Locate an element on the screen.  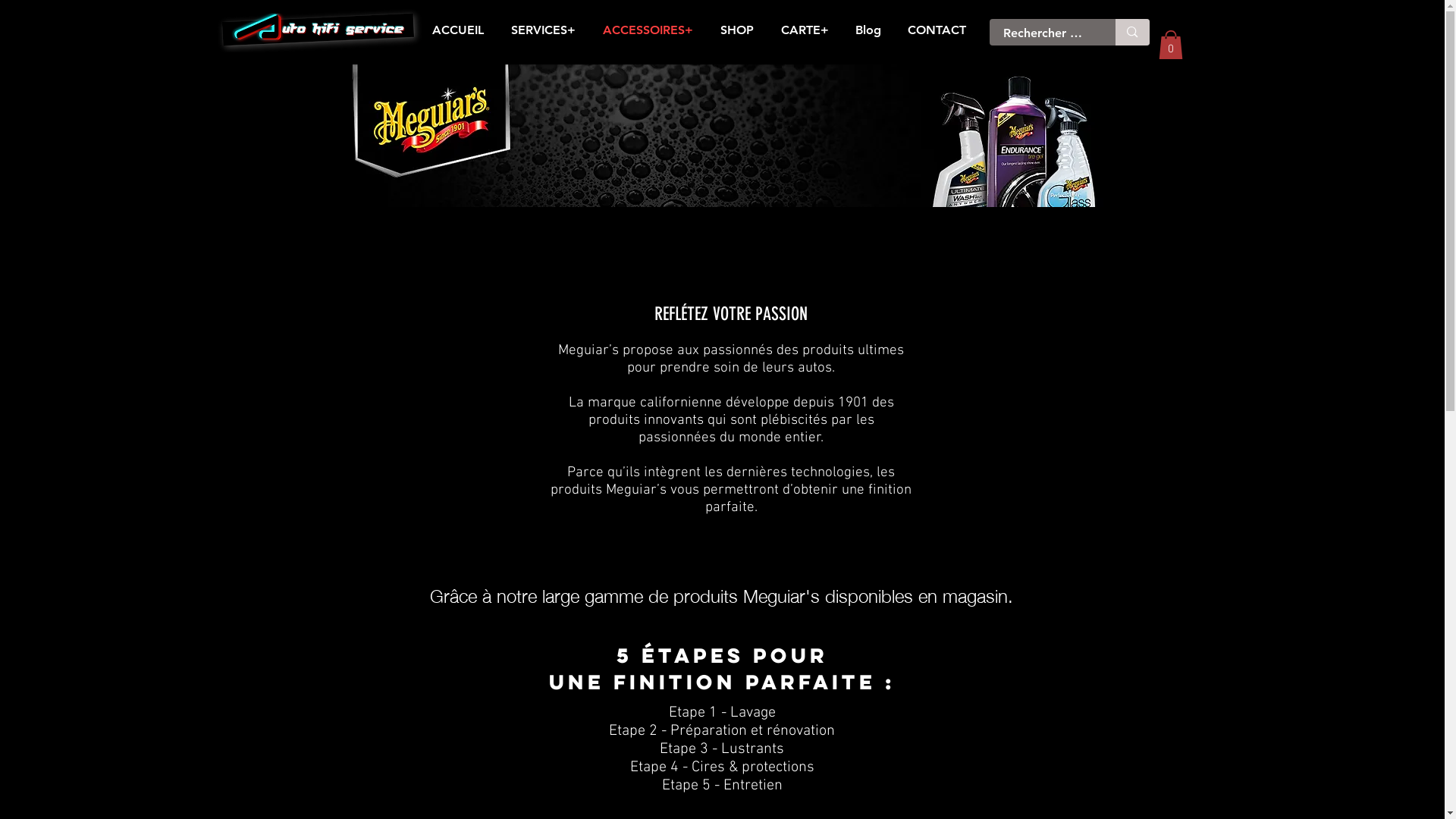
'ACCUEIL' is located at coordinates (457, 30).